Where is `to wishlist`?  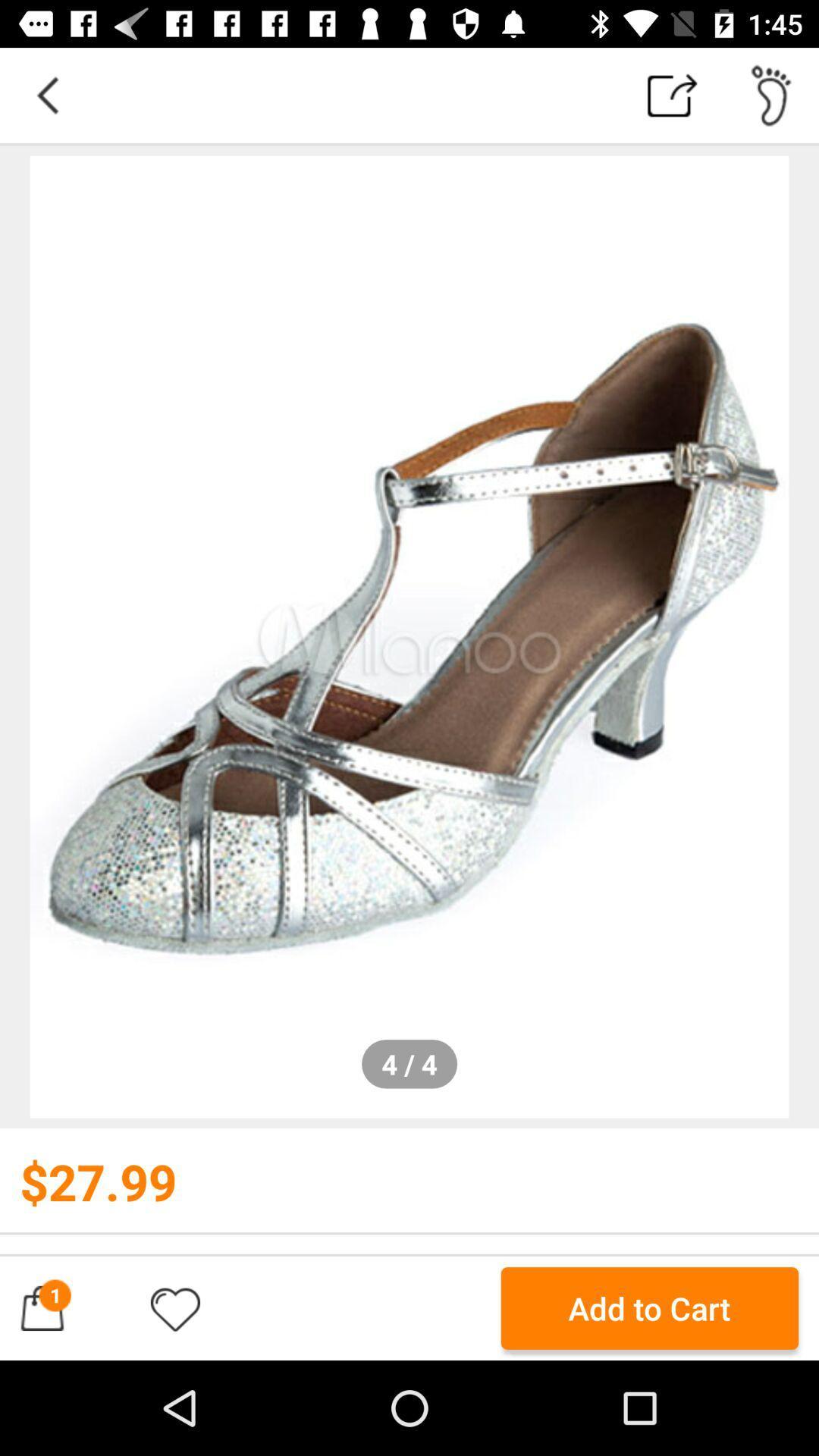 to wishlist is located at coordinates (174, 1307).